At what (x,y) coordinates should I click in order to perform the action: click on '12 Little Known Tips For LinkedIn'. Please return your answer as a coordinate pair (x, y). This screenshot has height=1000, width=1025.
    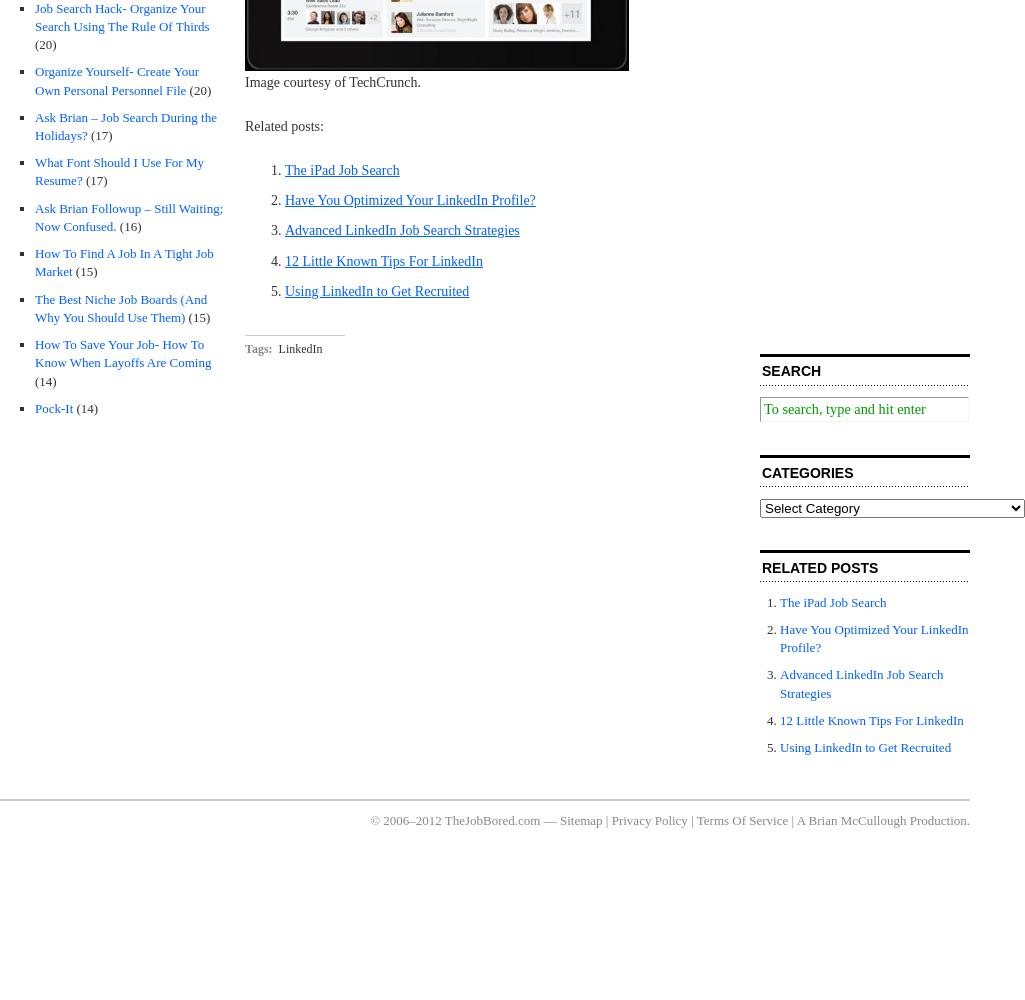
    Looking at the image, I should click on (383, 260).